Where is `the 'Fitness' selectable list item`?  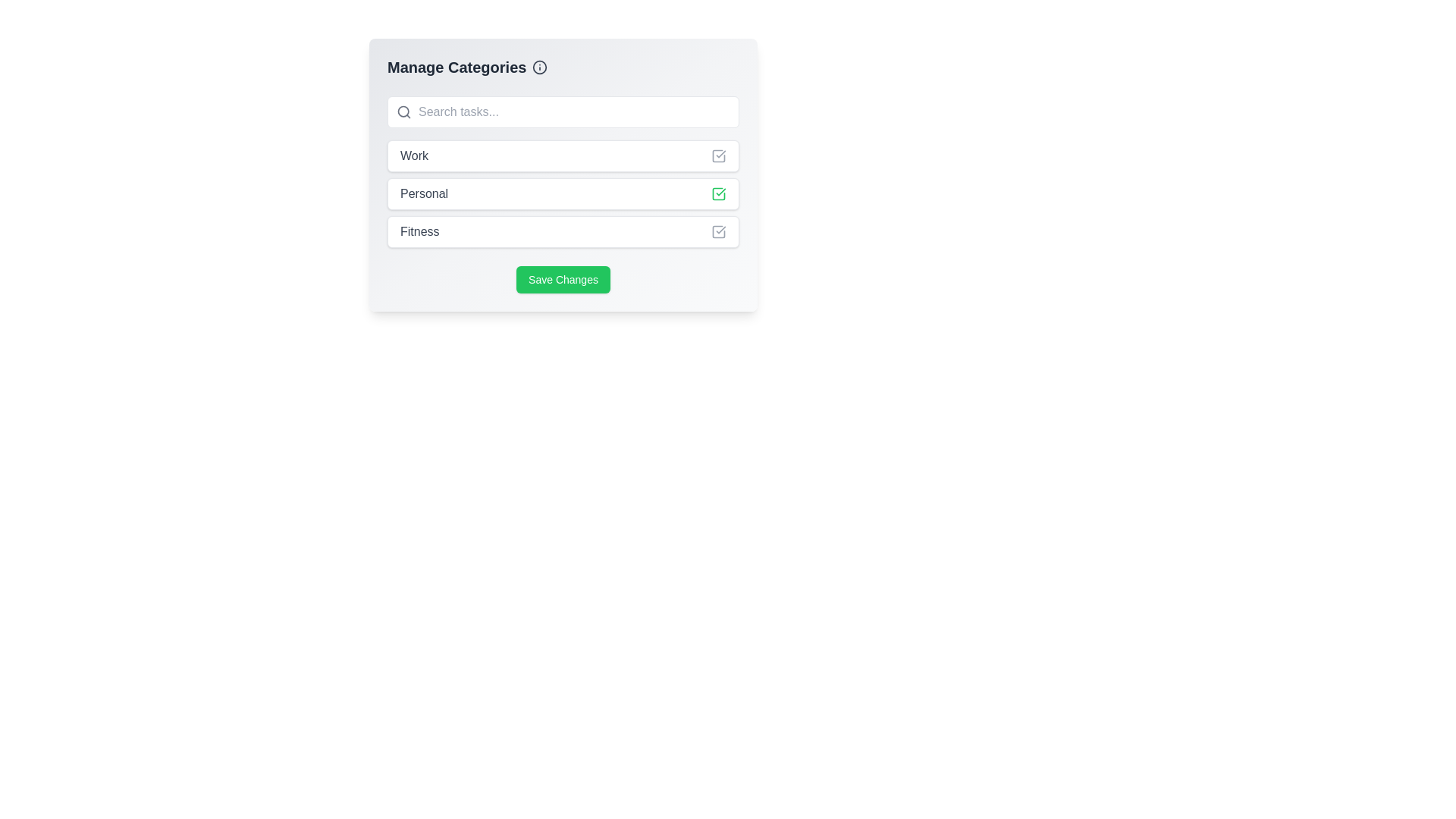 the 'Fitness' selectable list item is located at coordinates (563, 231).